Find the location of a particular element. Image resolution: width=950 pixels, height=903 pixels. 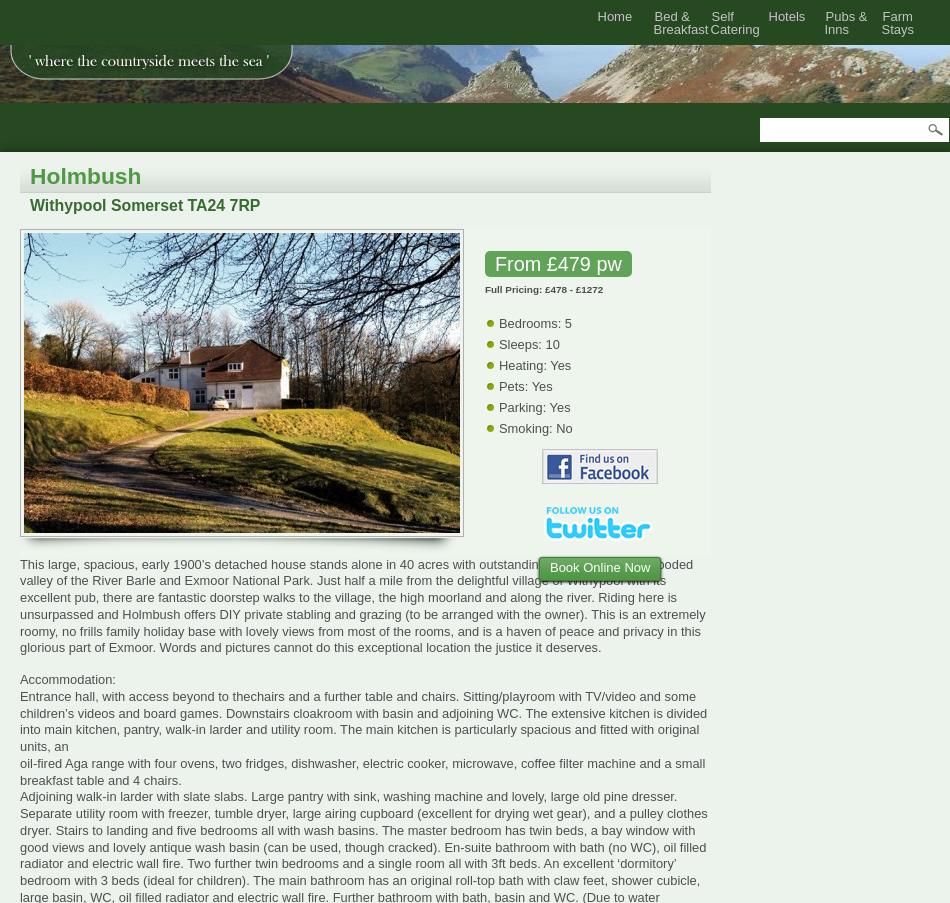

'From 	£479 pw' is located at coordinates (558, 263).